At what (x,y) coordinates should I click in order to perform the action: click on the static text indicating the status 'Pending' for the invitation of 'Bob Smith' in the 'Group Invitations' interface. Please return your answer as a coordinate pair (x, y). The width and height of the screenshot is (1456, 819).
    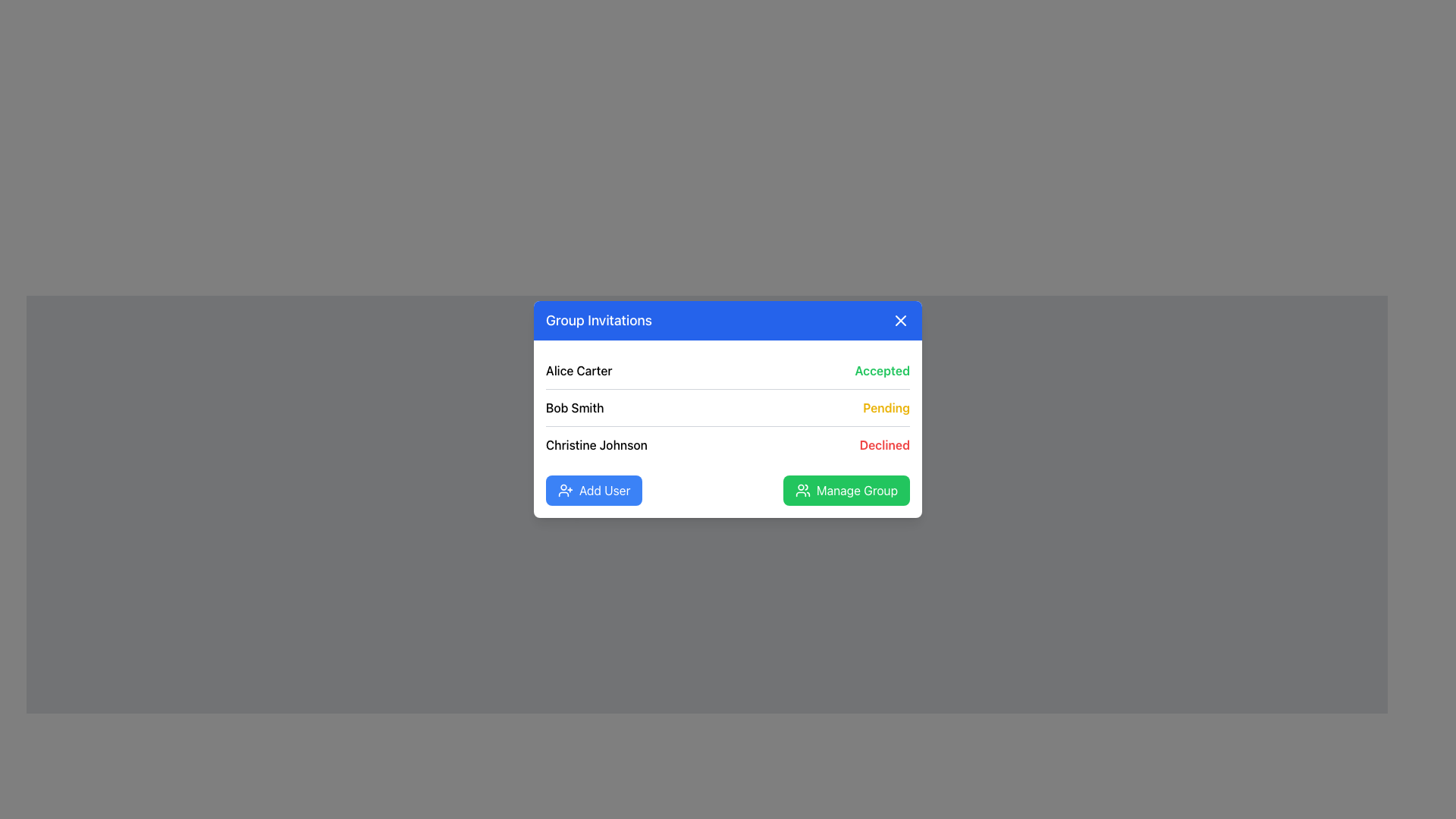
    Looking at the image, I should click on (886, 406).